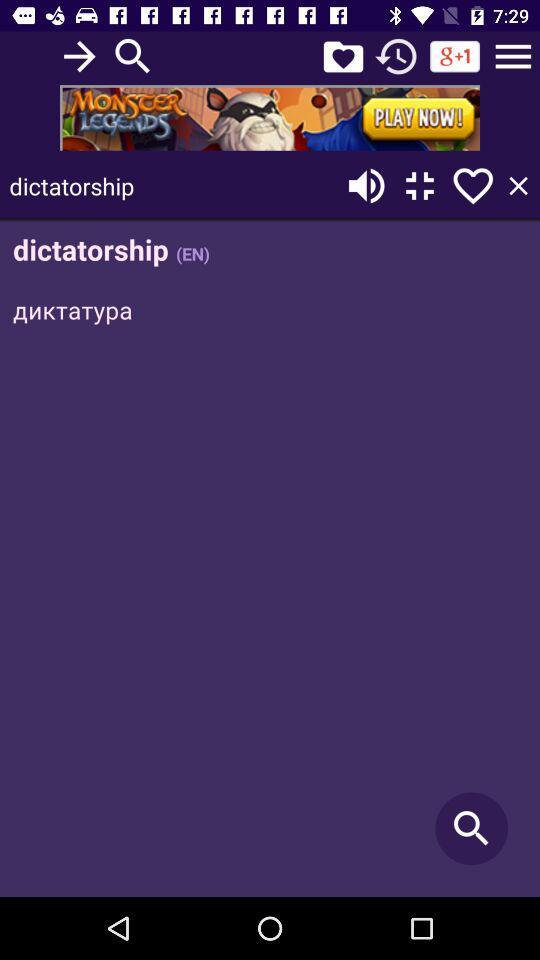 This screenshot has height=960, width=540. I want to click on the volume icon, so click(365, 185).